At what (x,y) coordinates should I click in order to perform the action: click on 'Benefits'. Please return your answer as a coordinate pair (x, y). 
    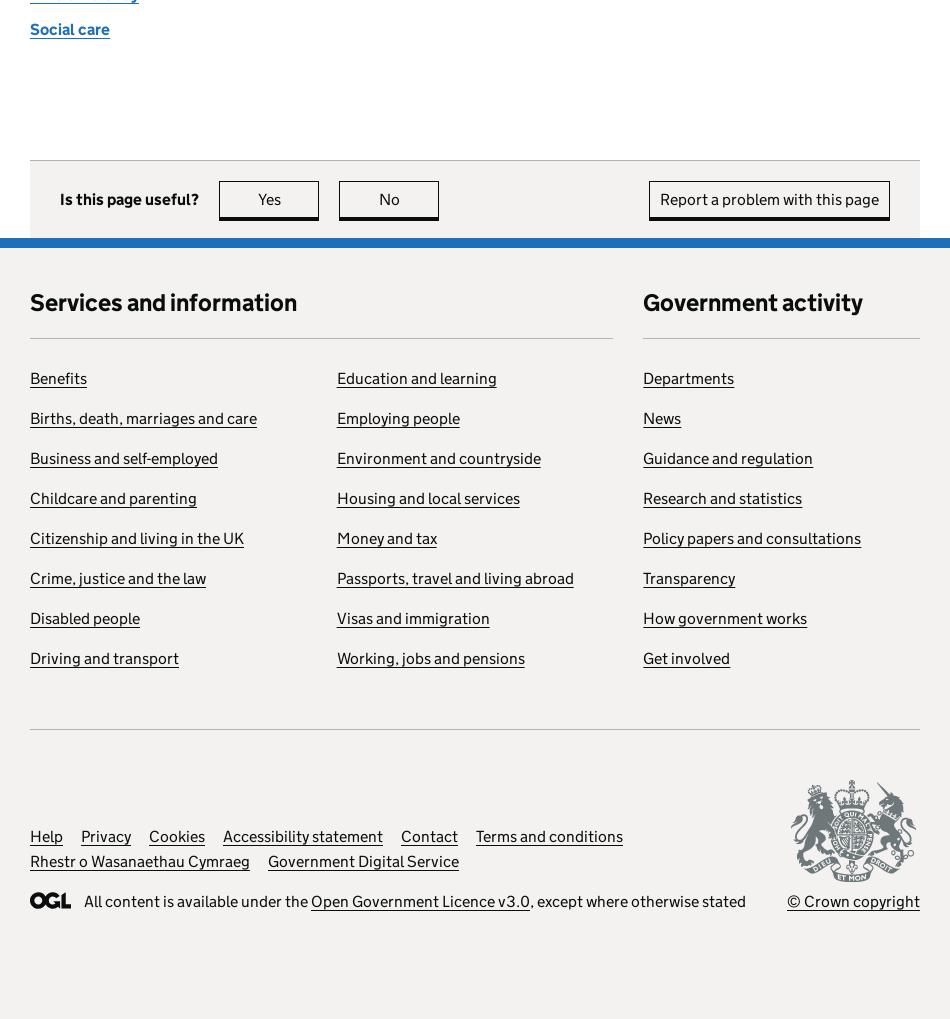
    Looking at the image, I should click on (58, 377).